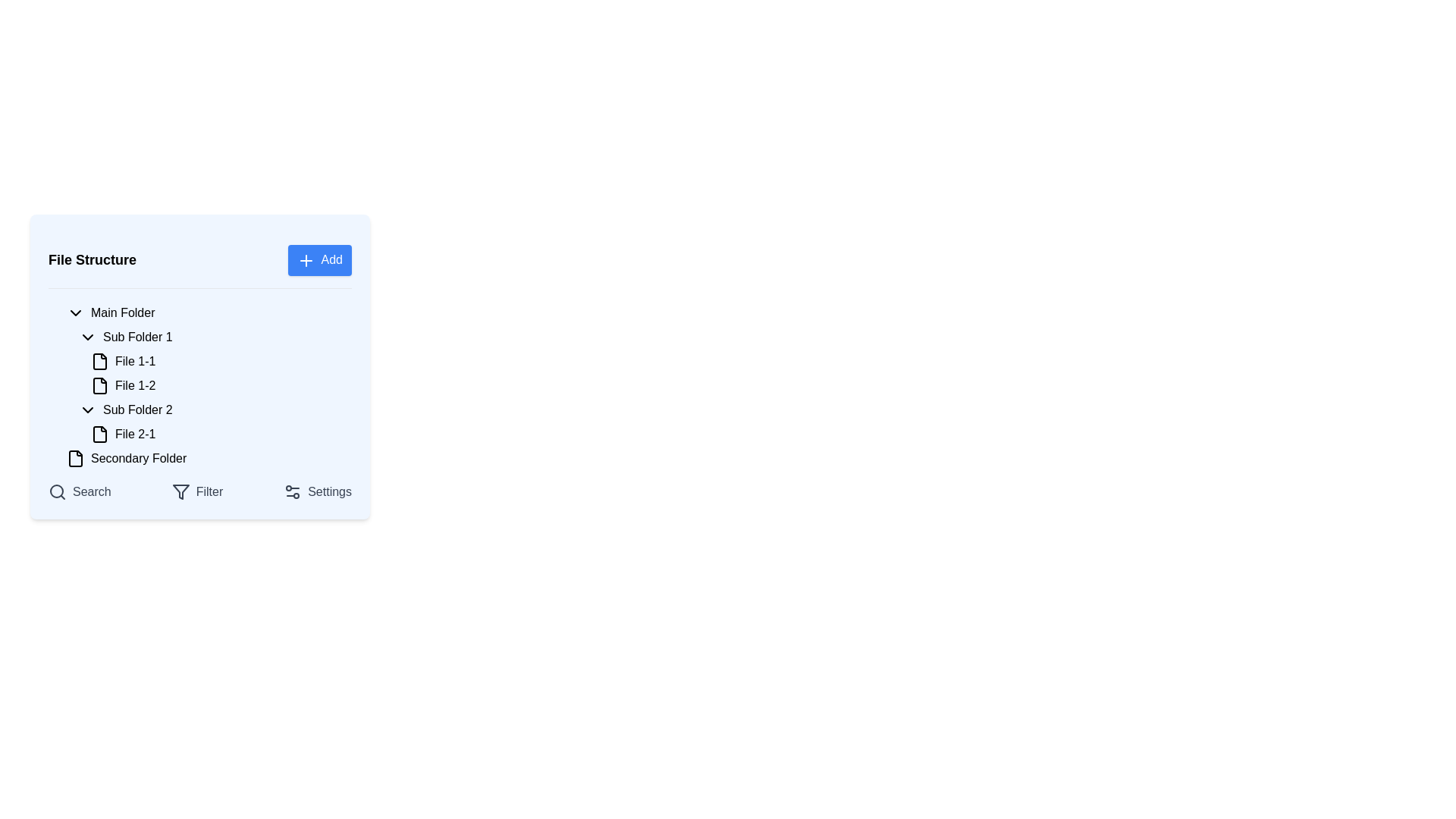  Describe the element at coordinates (206, 312) in the screenshot. I see `the 'Main Folder' item located at the top of the file structure panel` at that location.